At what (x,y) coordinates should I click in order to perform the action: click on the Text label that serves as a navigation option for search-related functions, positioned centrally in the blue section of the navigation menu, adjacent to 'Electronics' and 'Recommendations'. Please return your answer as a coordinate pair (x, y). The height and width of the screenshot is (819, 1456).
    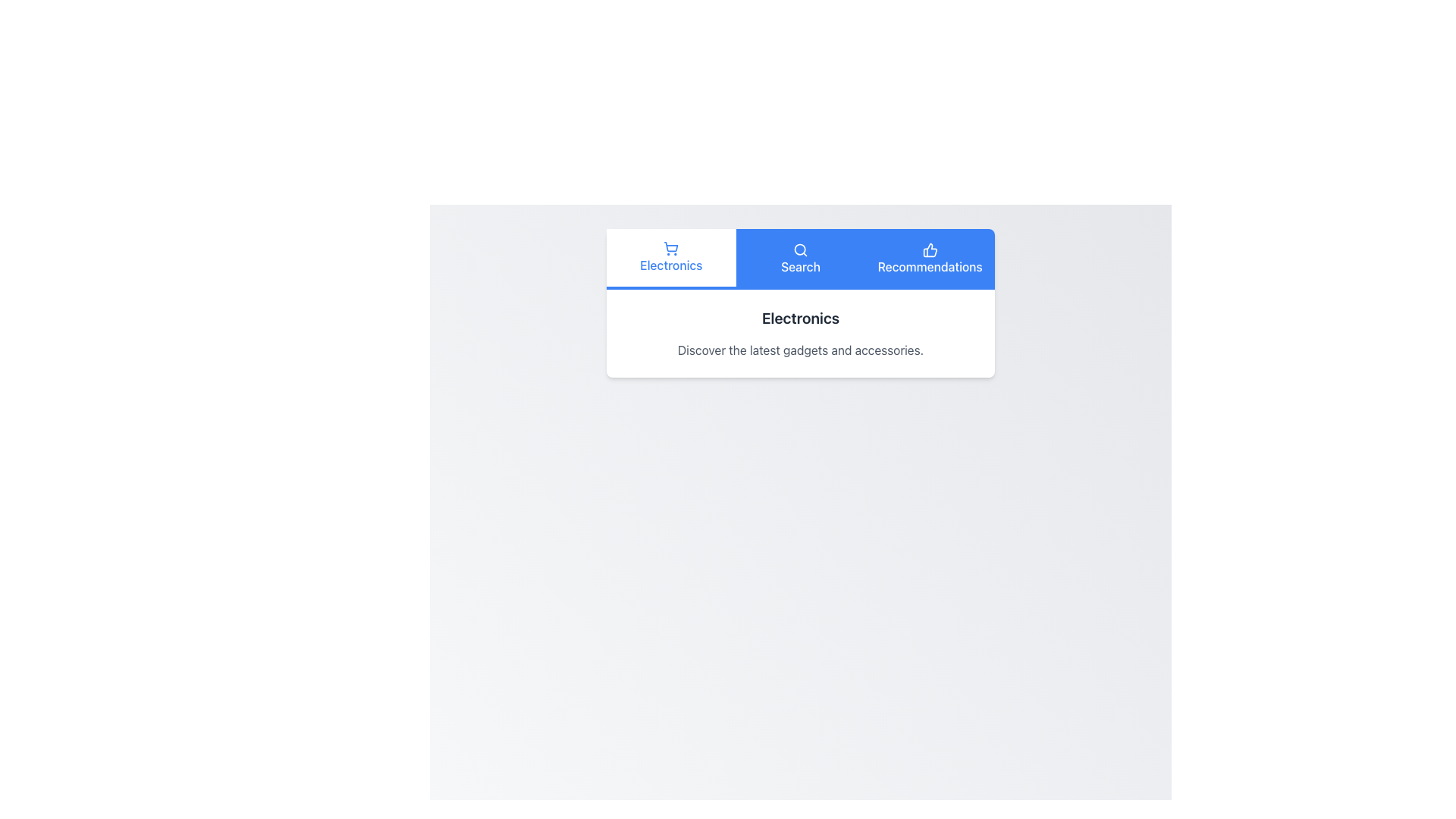
    Looking at the image, I should click on (800, 265).